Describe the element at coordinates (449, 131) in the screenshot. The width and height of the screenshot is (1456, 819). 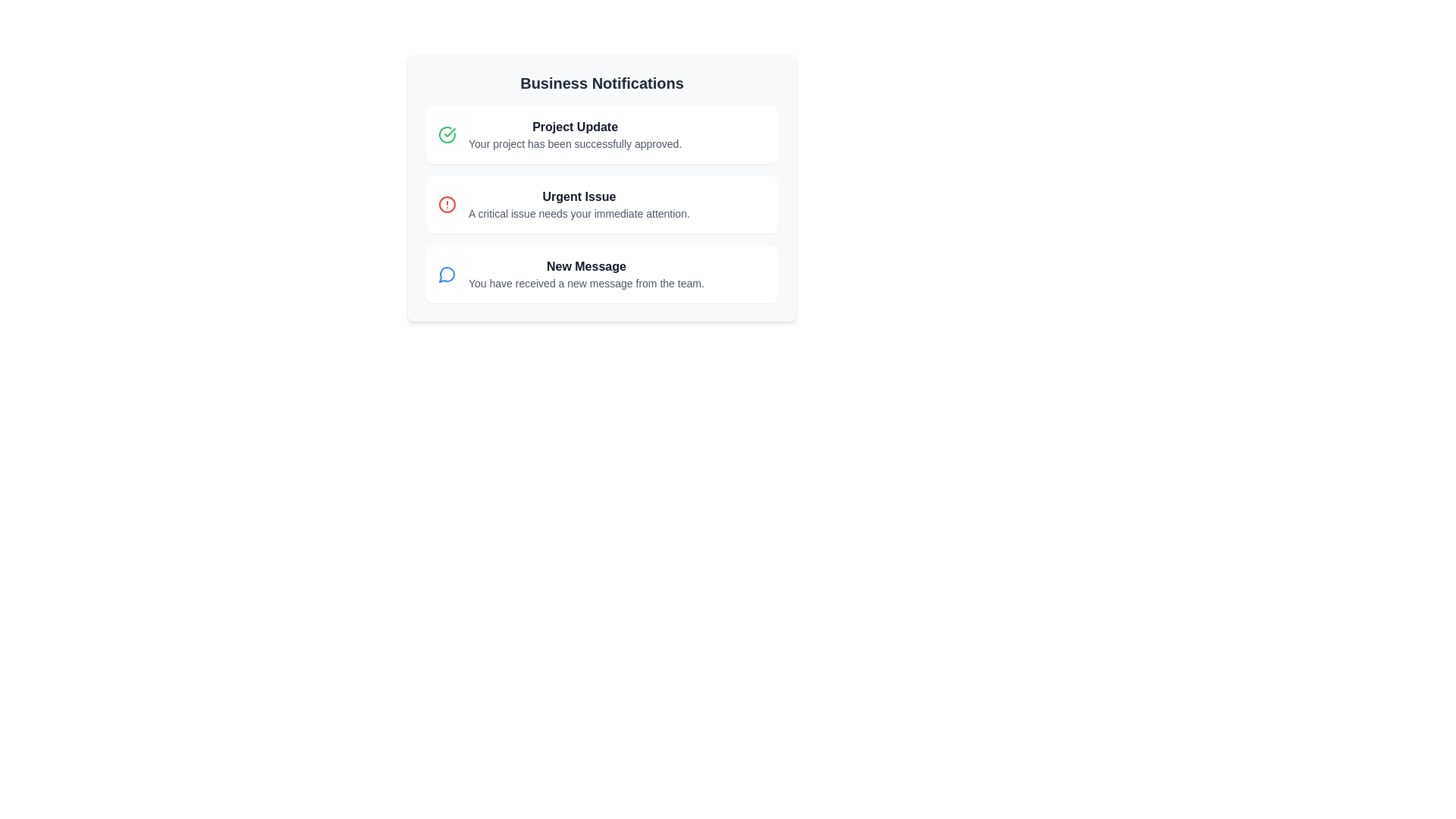
I see `the green outlined checkmark icon embedded in the notification for 'Project Update' at the topmost notification line` at that location.